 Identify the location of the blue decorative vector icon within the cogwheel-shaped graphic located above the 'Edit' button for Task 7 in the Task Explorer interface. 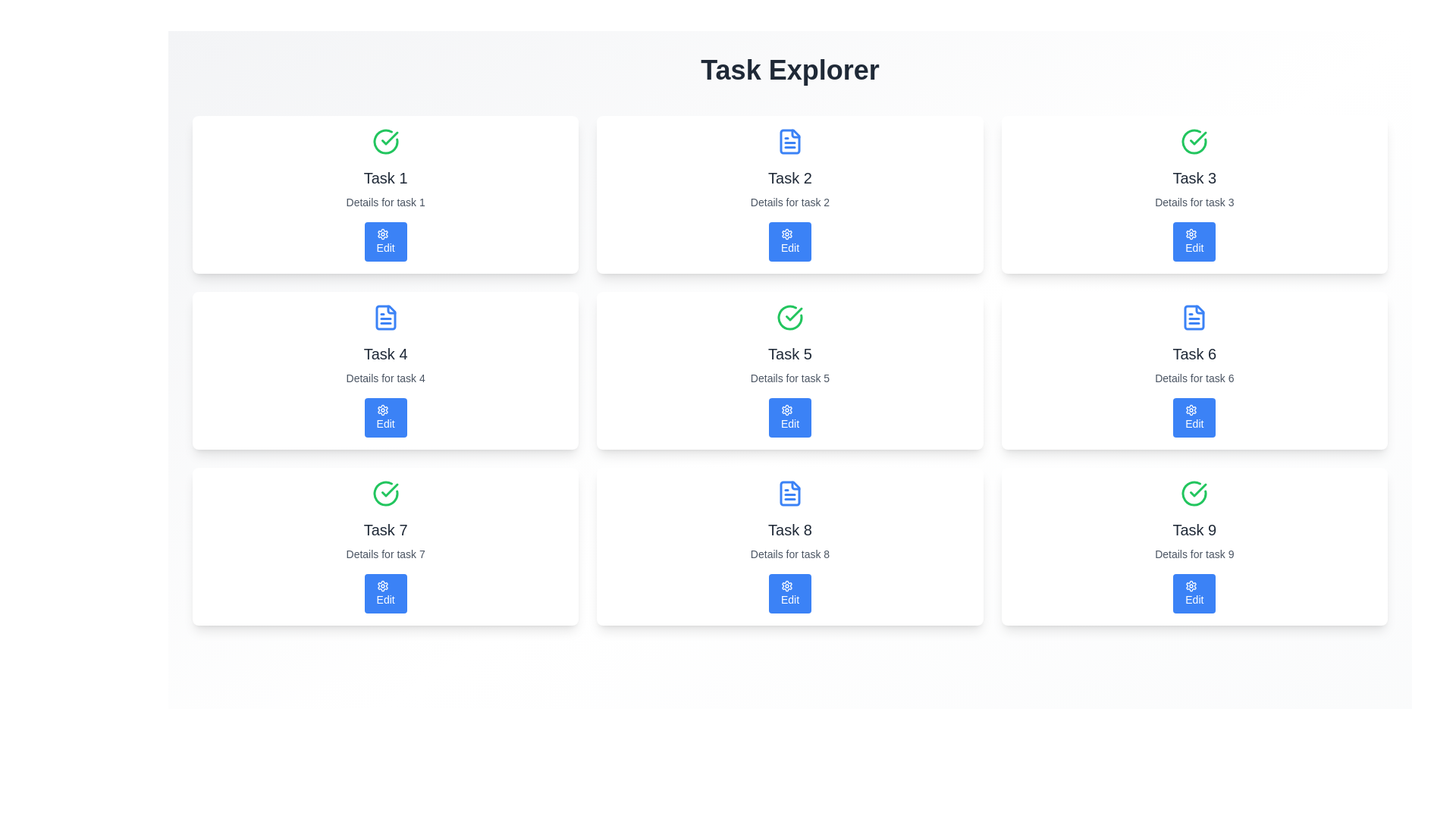
(382, 585).